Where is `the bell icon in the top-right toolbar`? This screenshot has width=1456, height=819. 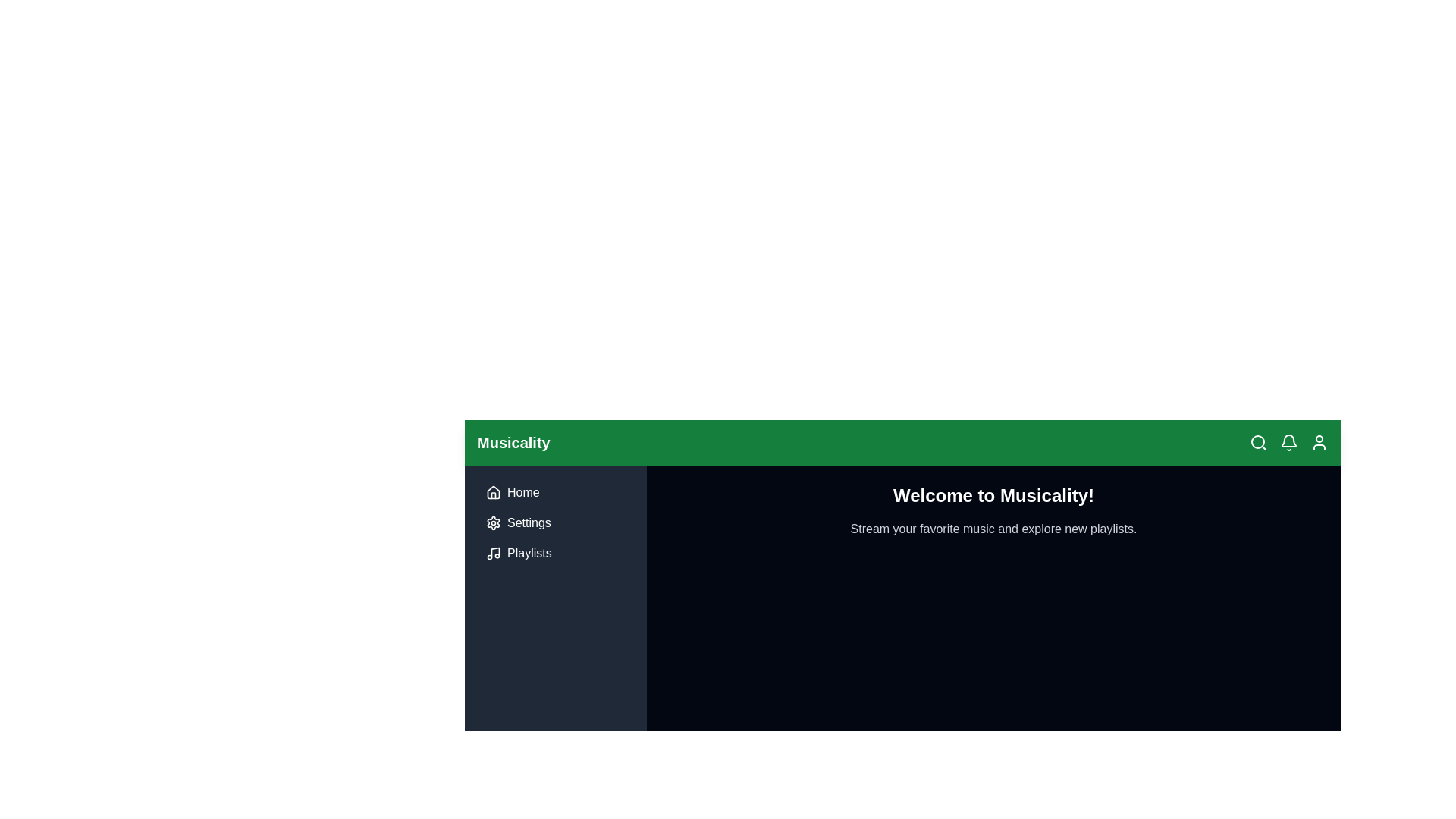
the bell icon in the top-right toolbar is located at coordinates (1288, 442).